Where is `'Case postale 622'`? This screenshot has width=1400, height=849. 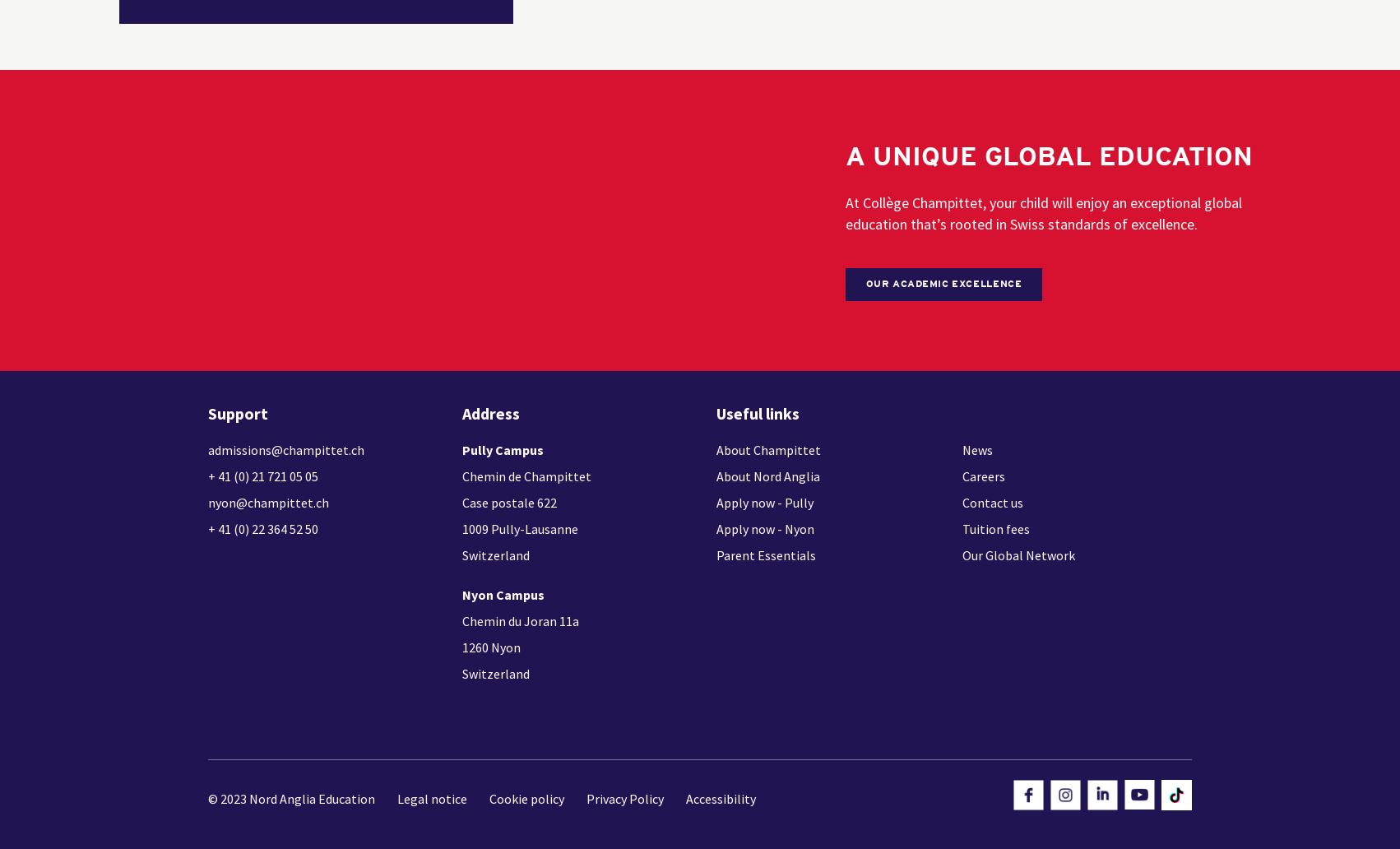 'Case postale 622' is located at coordinates (509, 503).